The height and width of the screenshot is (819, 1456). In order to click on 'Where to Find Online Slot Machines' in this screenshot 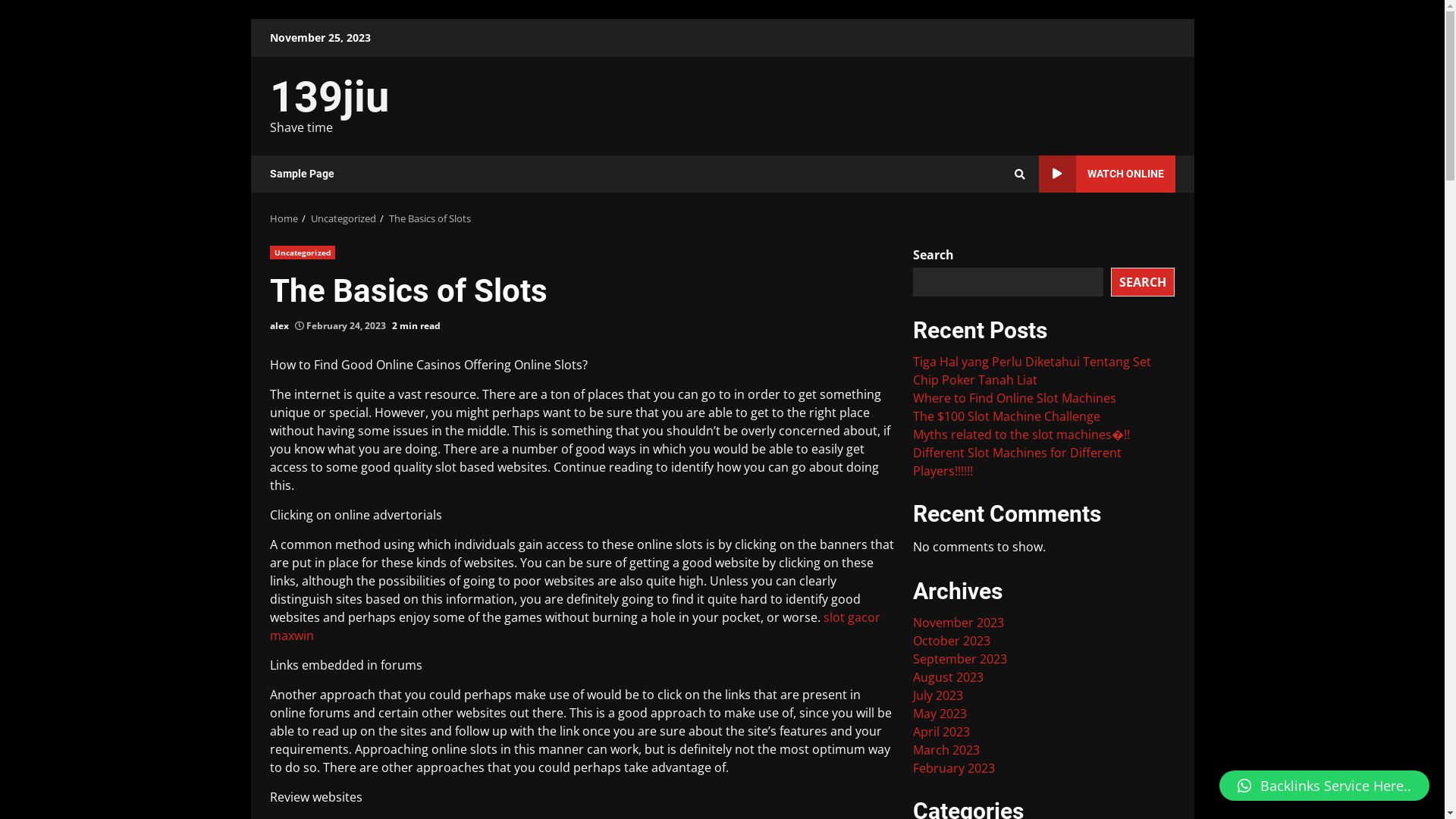, I will do `click(912, 397)`.